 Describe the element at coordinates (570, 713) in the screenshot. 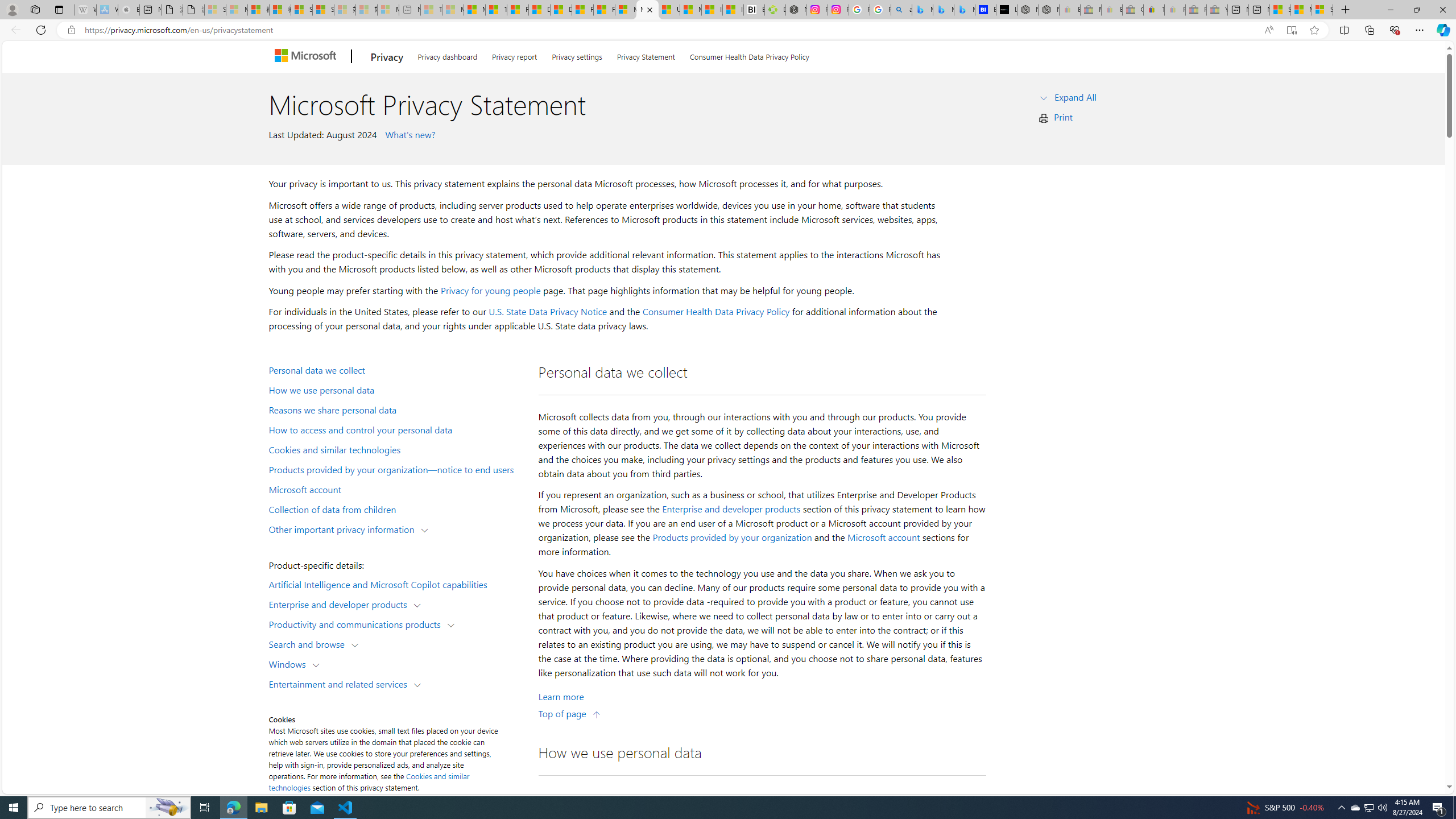

I see `'Top of page'` at that location.